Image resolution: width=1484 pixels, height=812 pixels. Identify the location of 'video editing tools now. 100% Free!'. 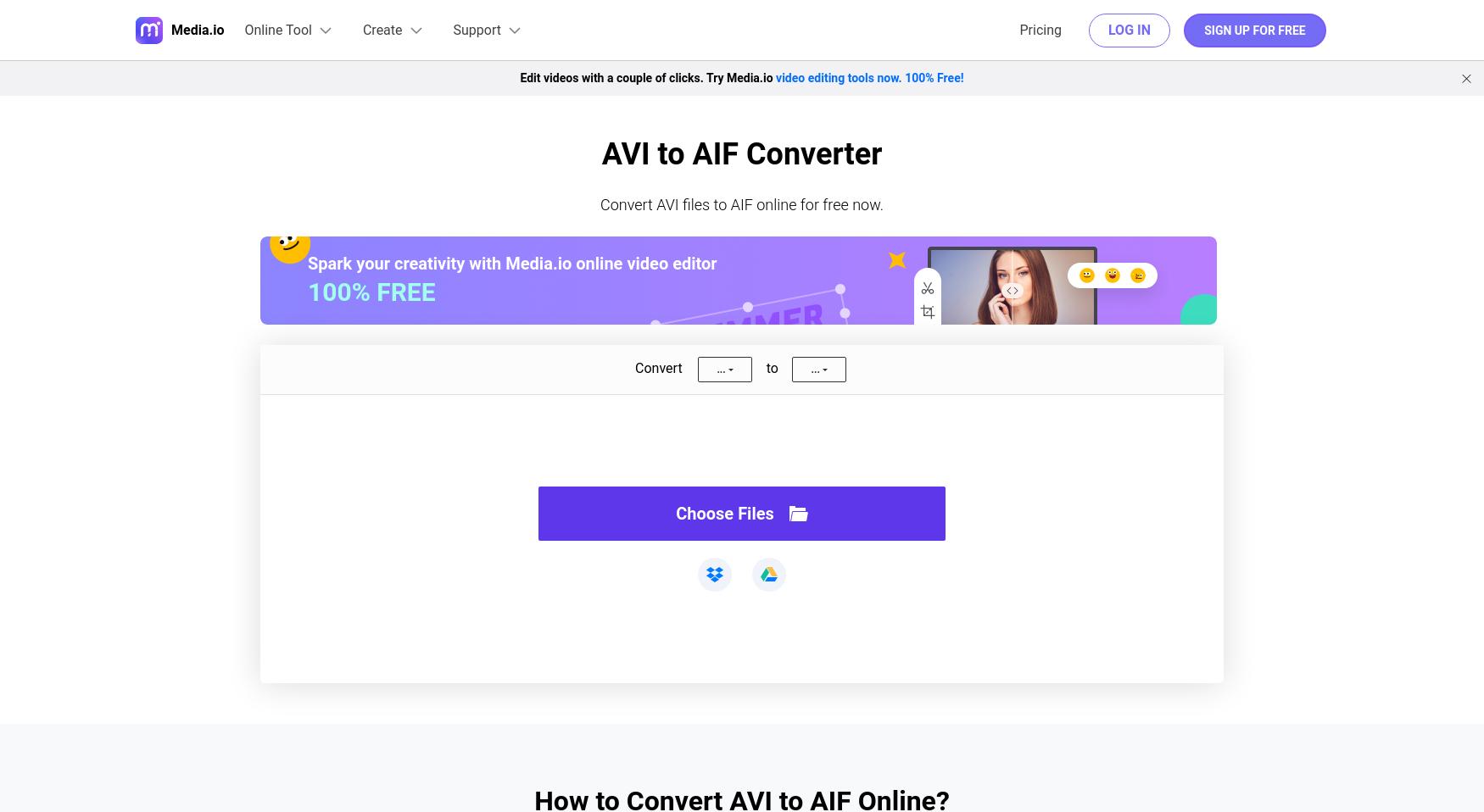
(868, 77).